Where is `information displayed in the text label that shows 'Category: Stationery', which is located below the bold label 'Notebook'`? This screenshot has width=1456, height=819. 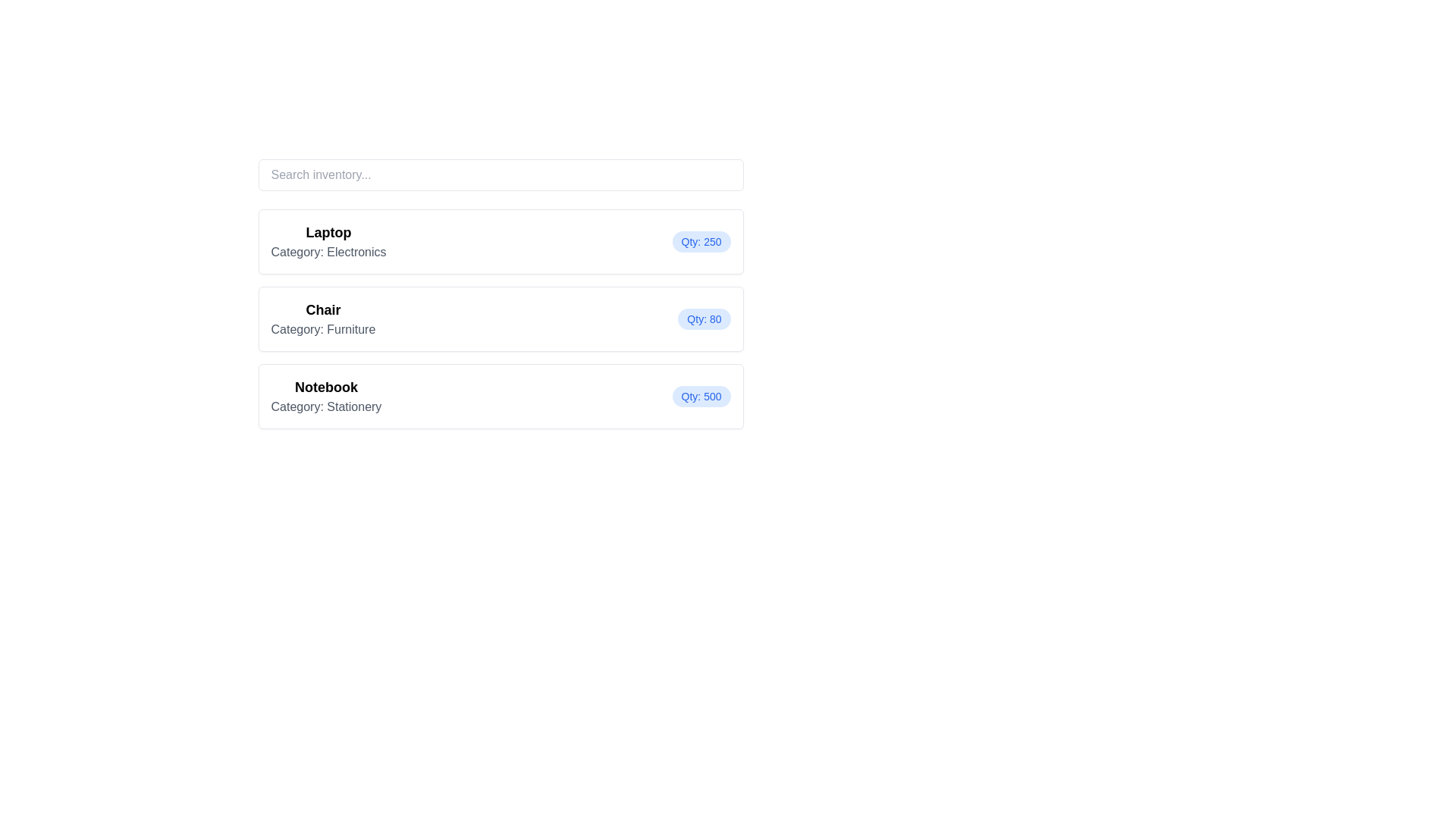
information displayed in the text label that shows 'Category: Stationery', which is located below the bold label 'Notebook' is located at coordinates (325, 406).